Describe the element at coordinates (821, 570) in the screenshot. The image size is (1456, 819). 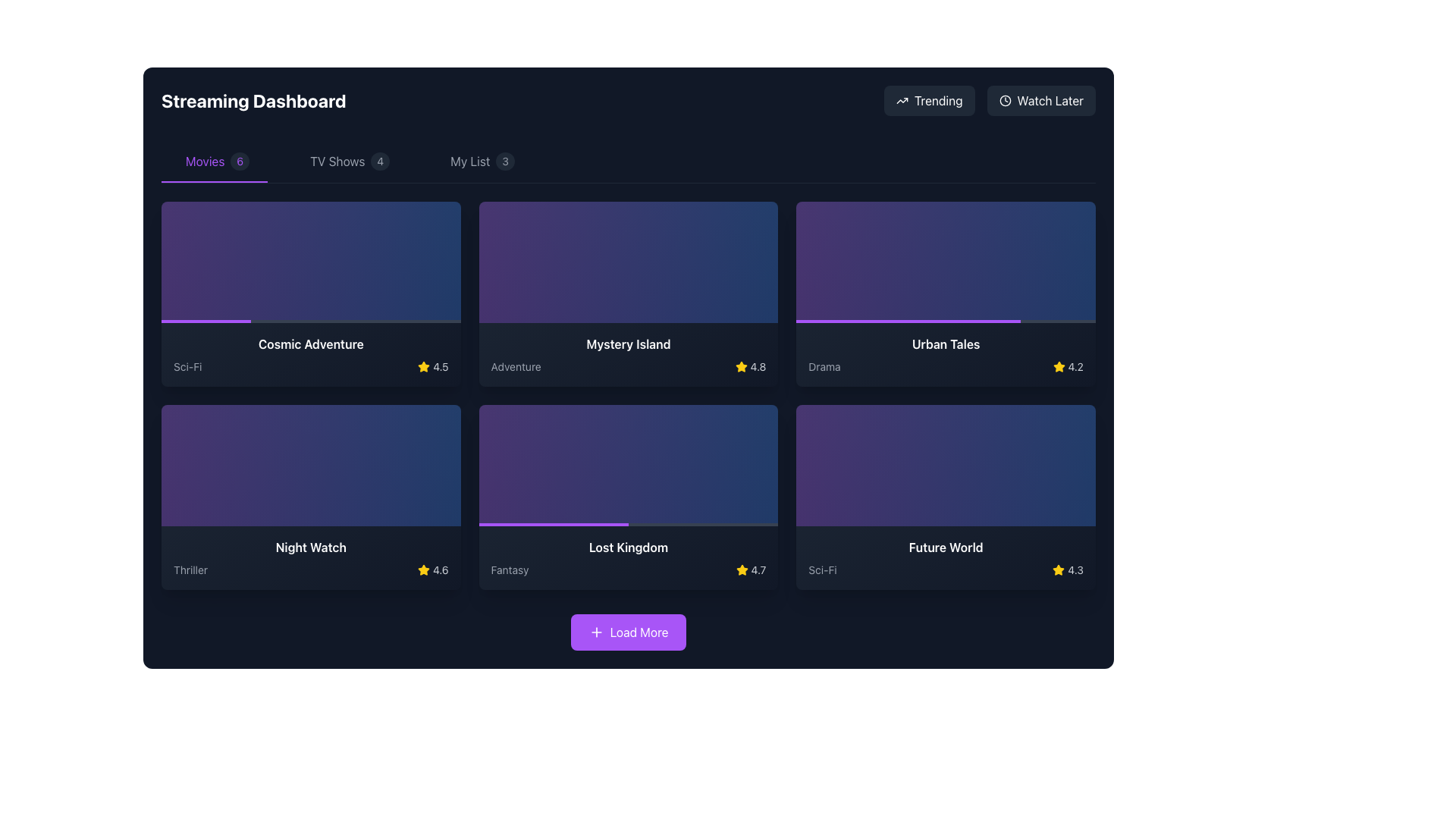
I see `the 'Sci-Fi' text label located in the bottom-left corner of the 'Future World' content block, positioned to the left of the yellow star icon and '4.3' rating text` at that location.